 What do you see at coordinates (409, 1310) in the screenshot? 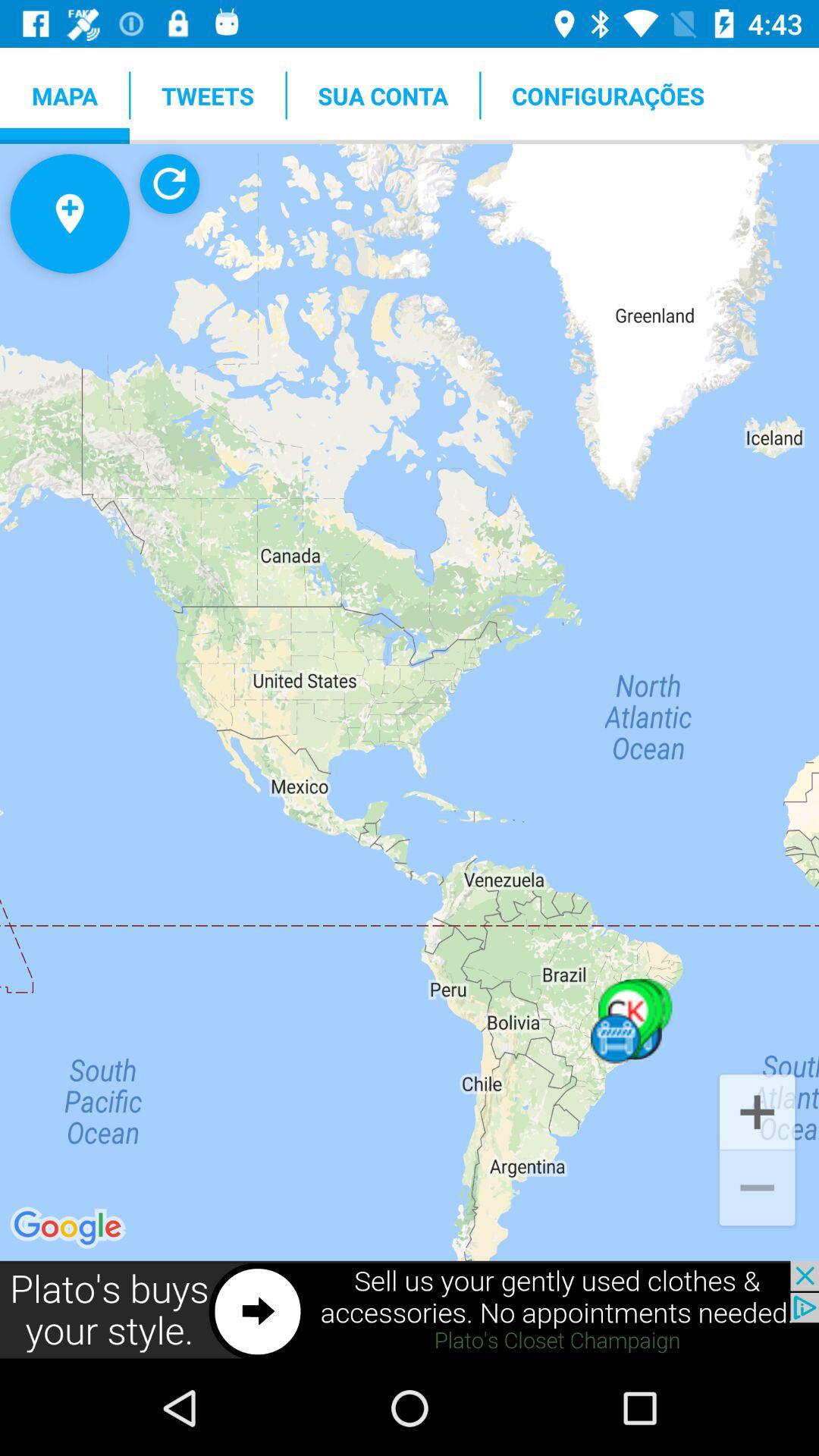
I see `visit plato 's closte website` at bounding box center [409, 1310].